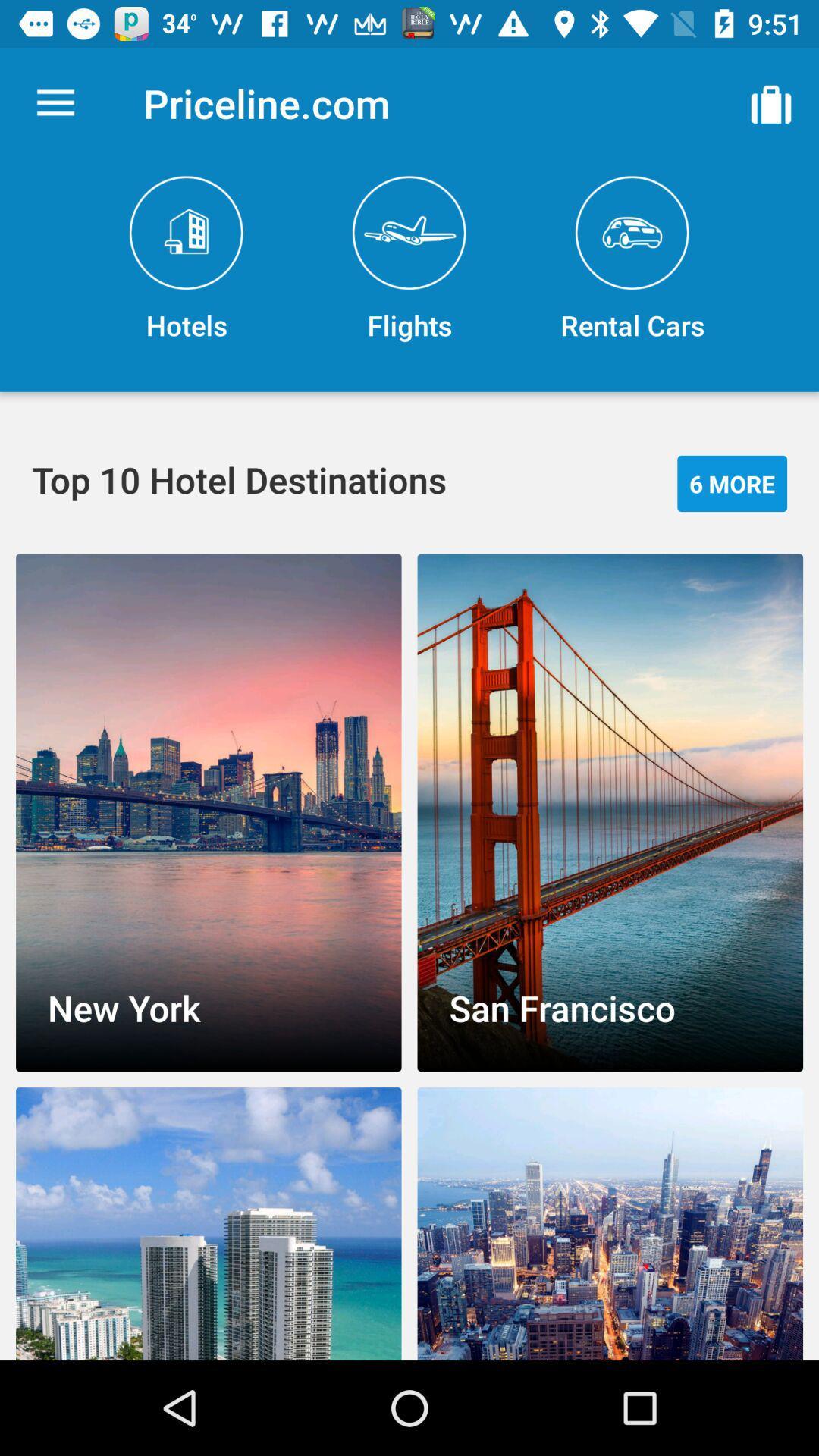  I want to click on the icon next to flights, so click(632, 259).